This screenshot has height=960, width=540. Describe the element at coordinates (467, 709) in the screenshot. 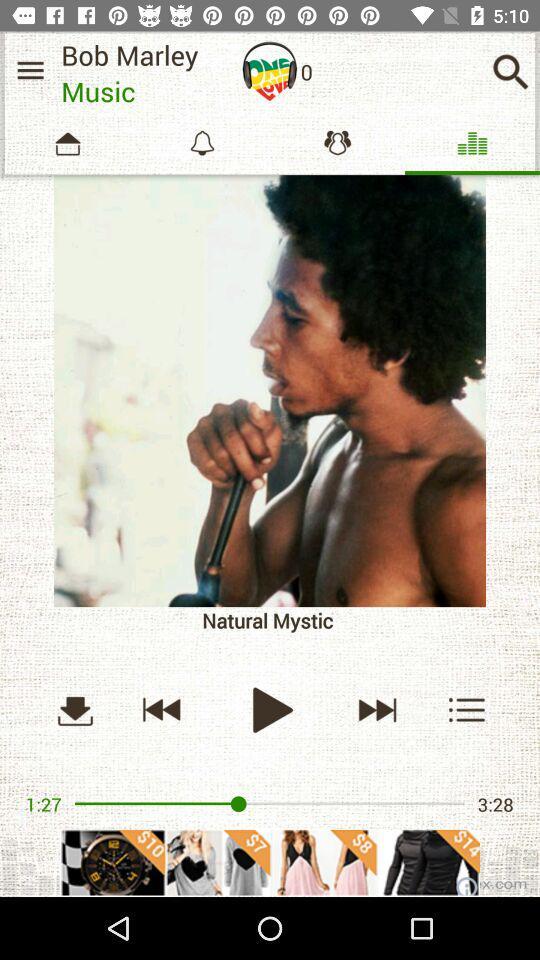

I see `open menu` at that location.